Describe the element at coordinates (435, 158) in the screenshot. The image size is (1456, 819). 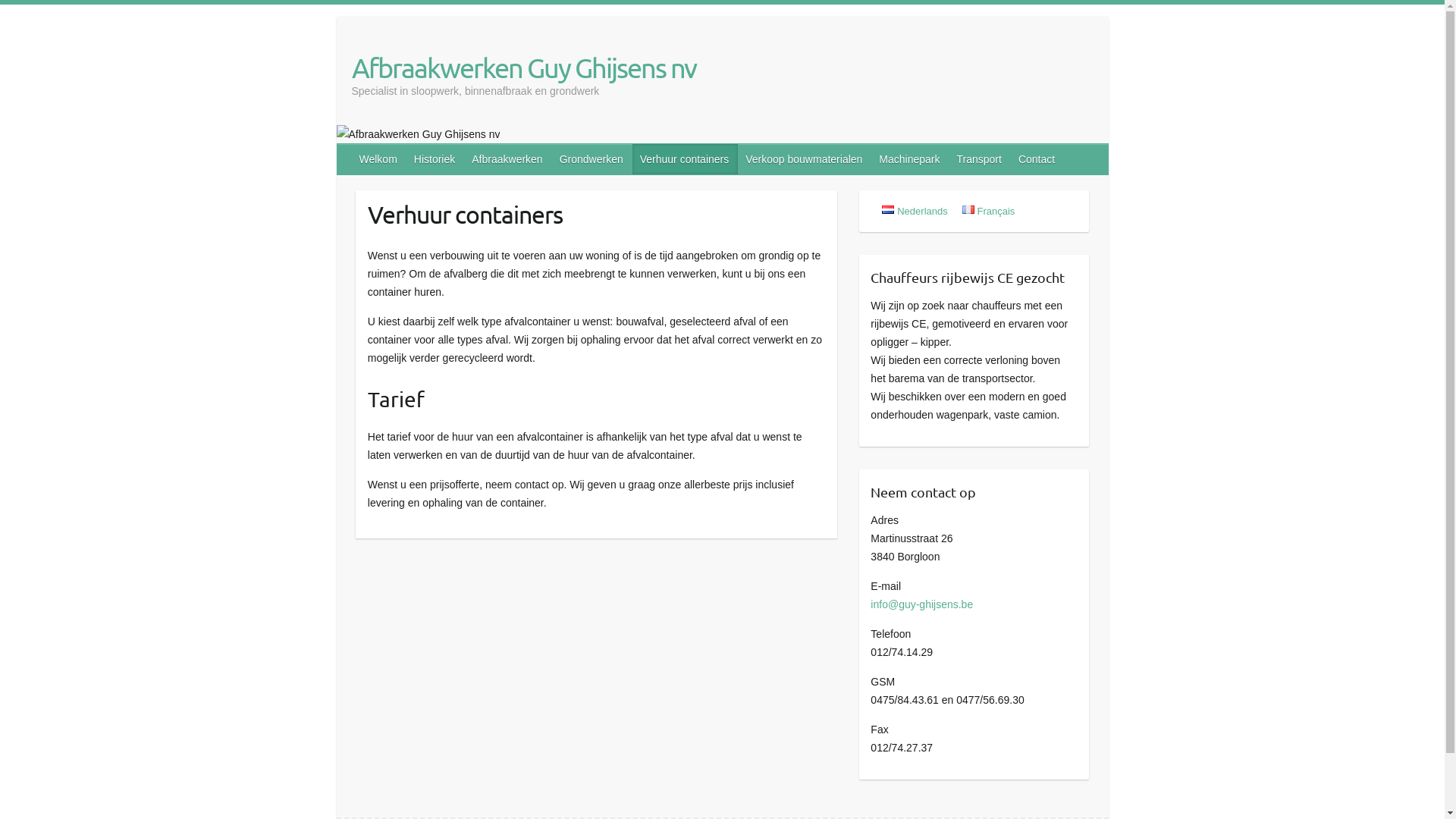
I see `'Historiek'` at that location.